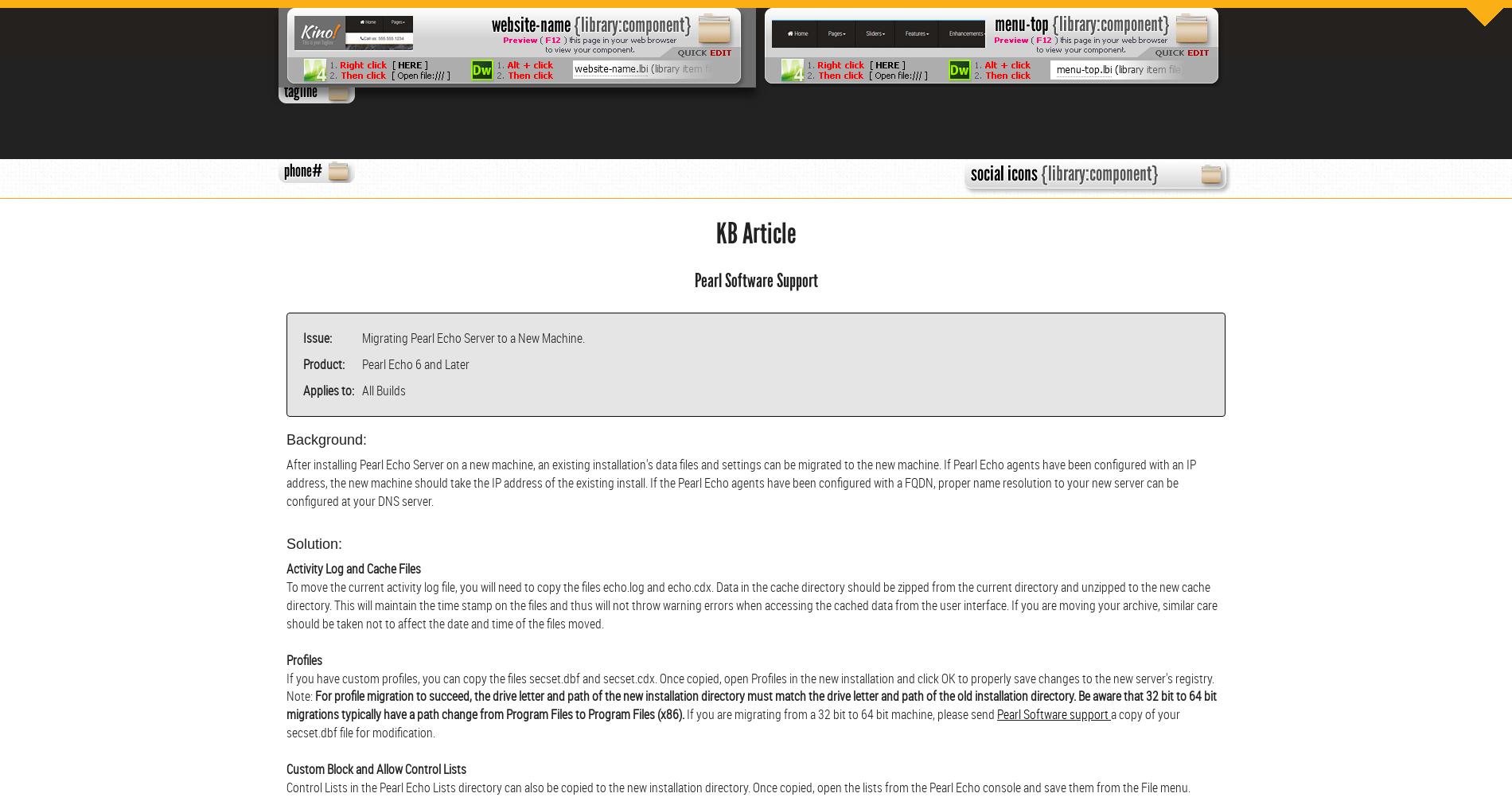 This screenshot has width=1512, height=801. Describe the element at coordinates (750, 704) in the screenshot. I see `'For profile migration to succeed, the drive letter and path of the new installation directory must match the drive letter and path of the old installation directory. Be aware that 32 bit to 64 bit migrations typically have a path change from Program Files to Program Files (x86).'` at that location.